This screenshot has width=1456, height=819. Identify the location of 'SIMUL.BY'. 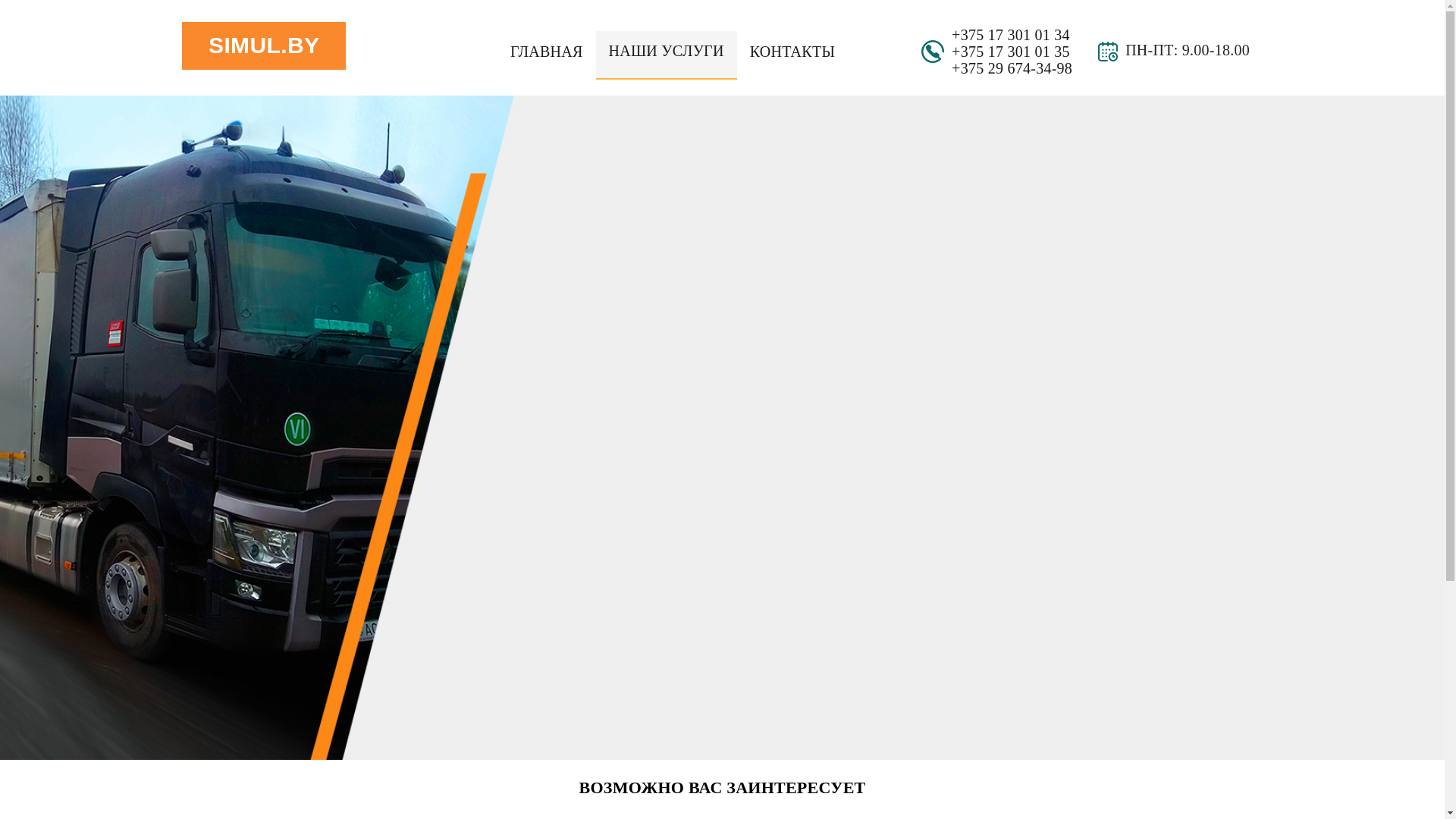
(263, 45).